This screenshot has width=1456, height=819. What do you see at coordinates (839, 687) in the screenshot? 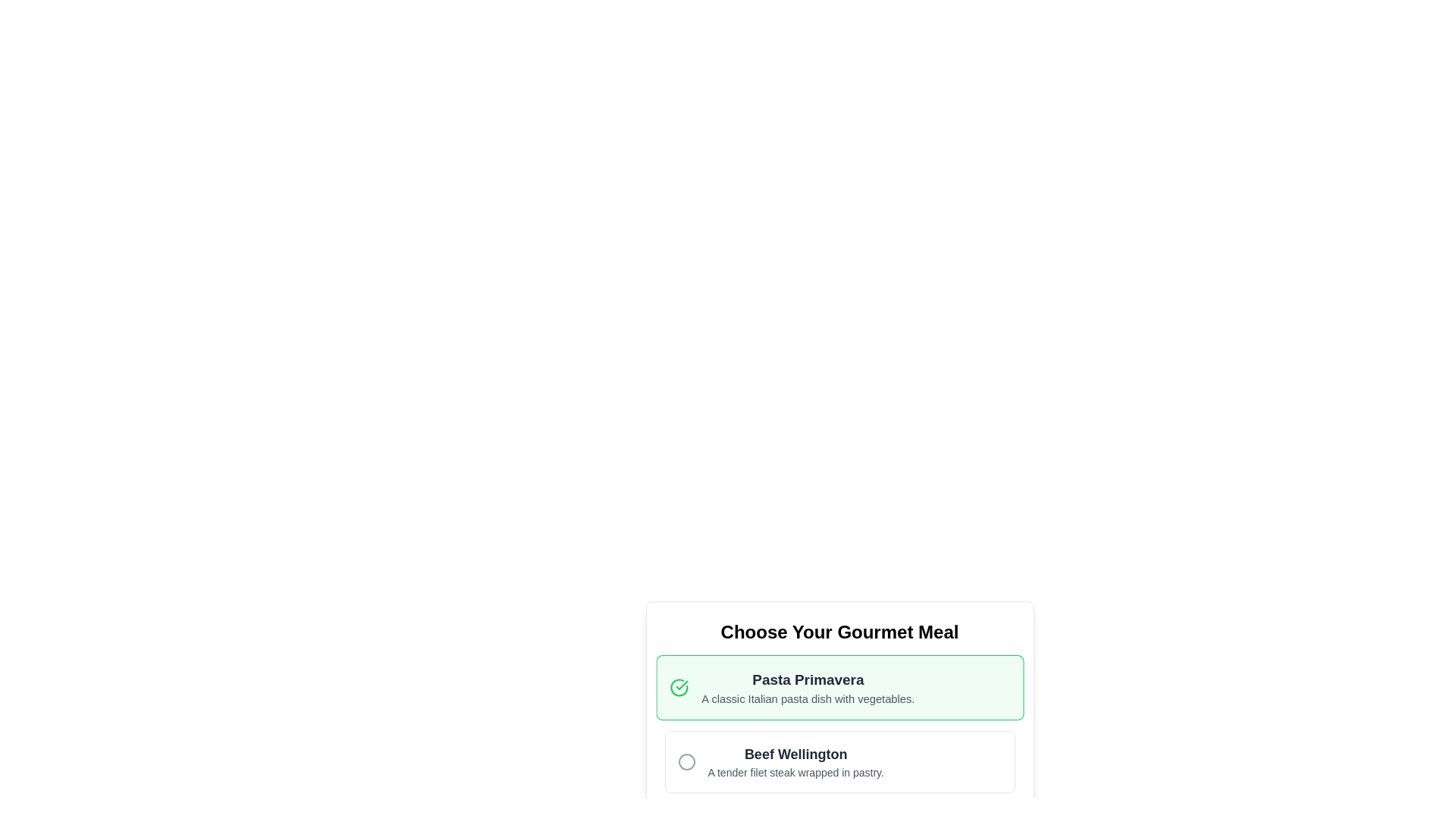
I see `description of the currently selected meal option titled 'Pasta Primavera' from the selectable list item located beneath 'Choose Your Gourmet Meal.'` at bounding box center [839, 687].